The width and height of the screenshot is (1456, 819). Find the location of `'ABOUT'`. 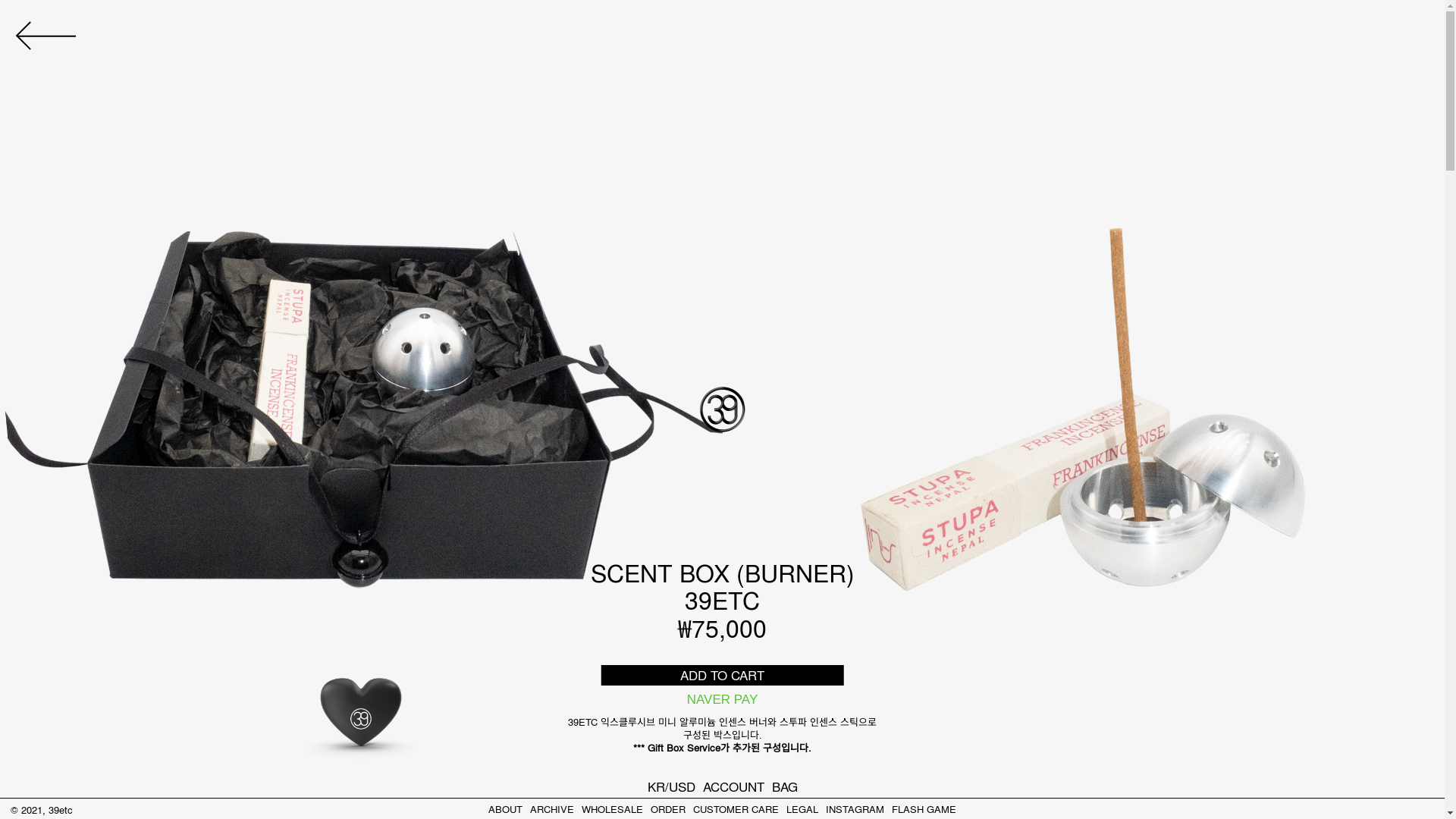

'ABOUT' is located at coordinates (505, 808).